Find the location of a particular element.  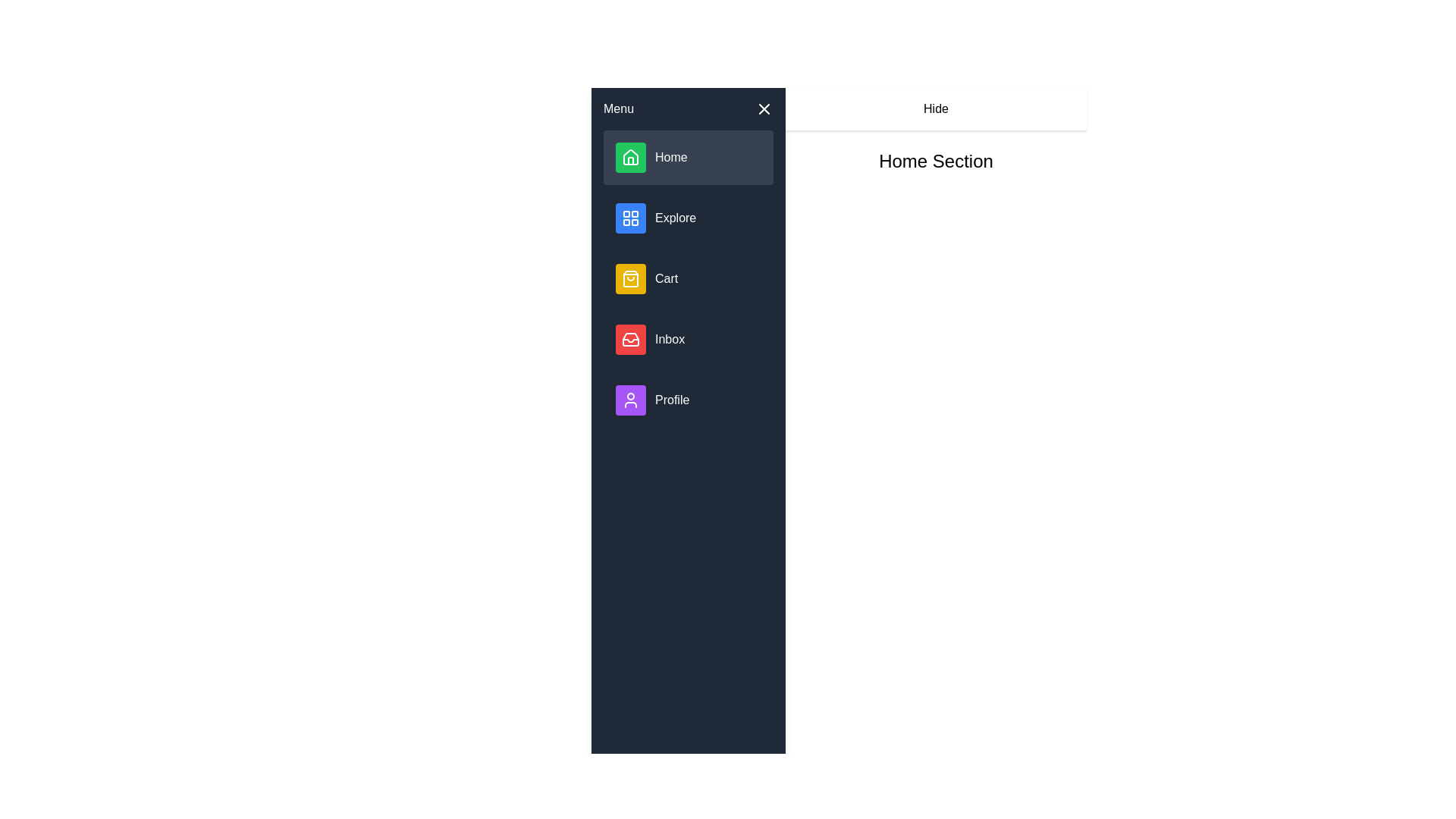

the 'Home' icon button located at the top of the left sidebar menu to interact with the 'Home' function is located at coordinates (630, 158).